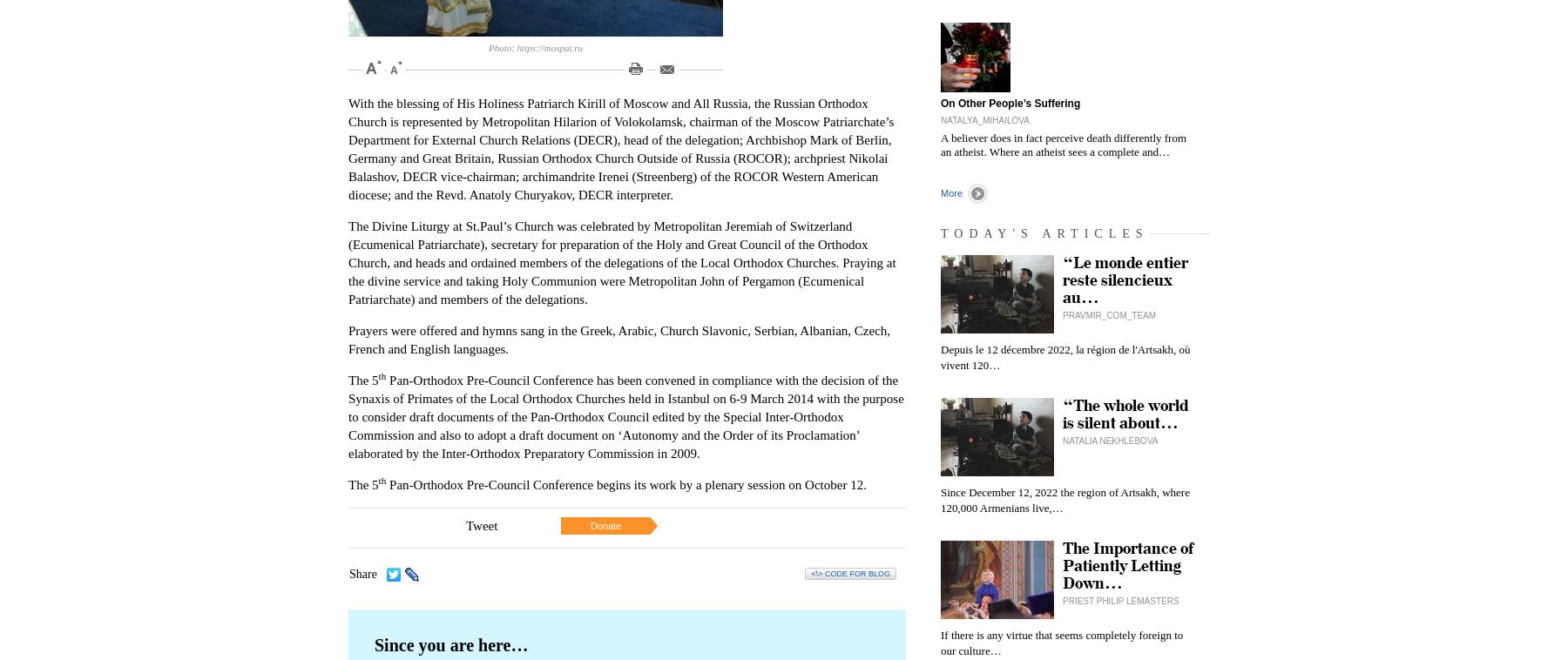 The image size is (1568, 660). I want to click on '<\> Code for blog', so click(849, 573).